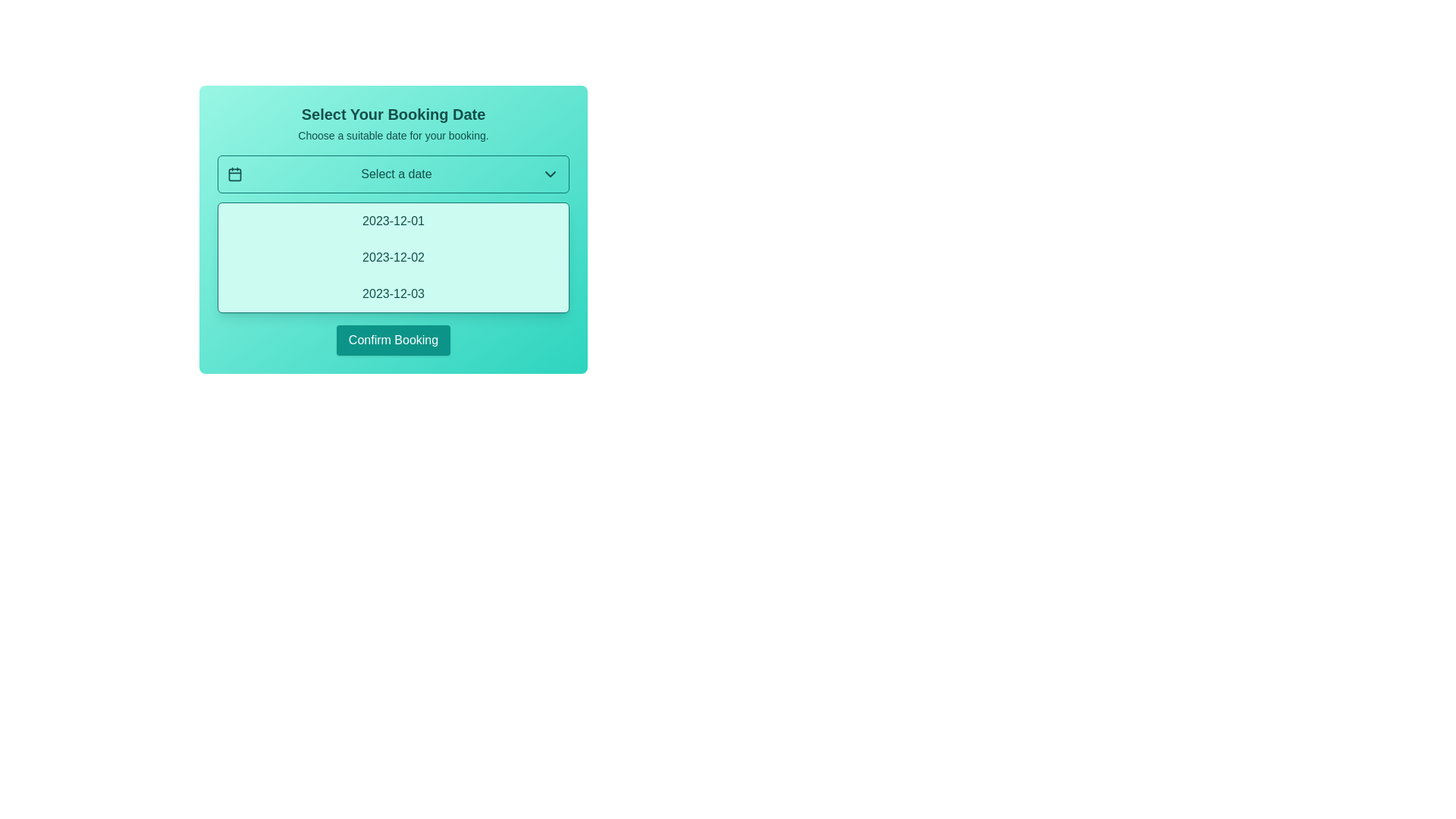 This screenshot has height=819, width=1456. I want to click on the text block that says 'Select Your Booking Date' with a gradient teal background, located at the upper portion of the card, so click(393, 122).